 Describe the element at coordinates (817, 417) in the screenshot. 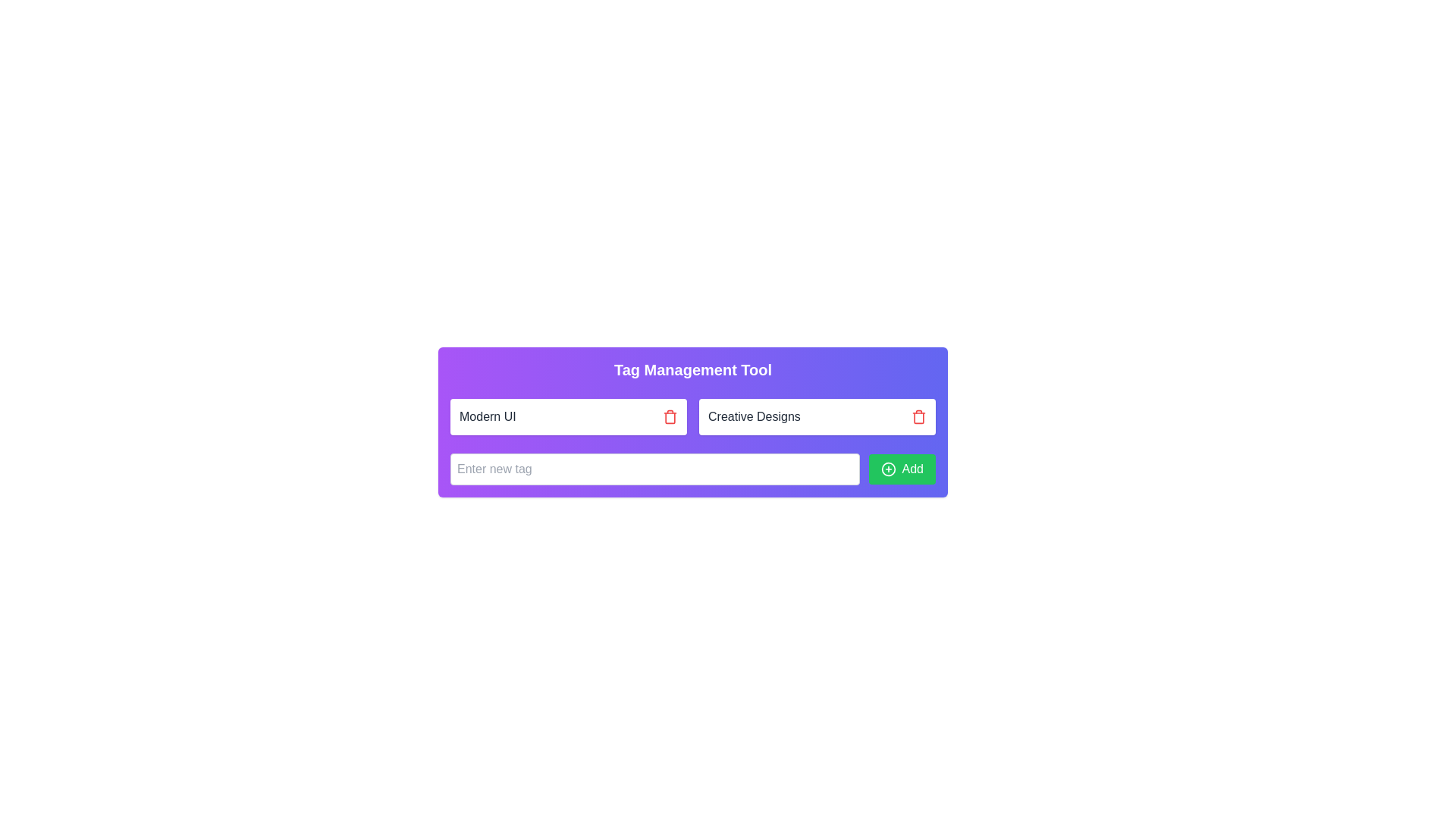

I see `the 'Creative Designs' tag with delete button` at that location.